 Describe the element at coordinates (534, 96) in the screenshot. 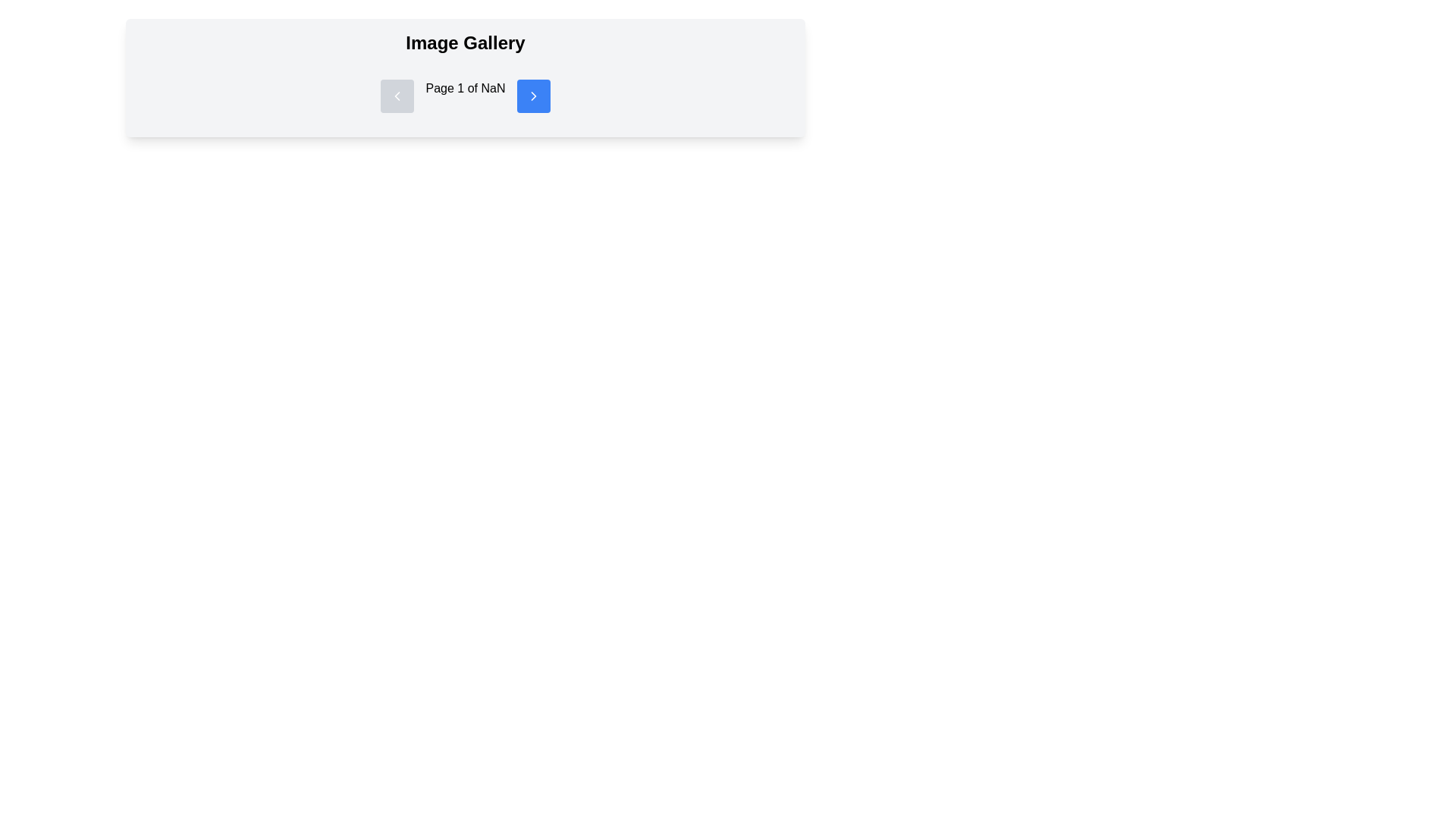

I see `the SVG icon within the blue-rounded button on the right end of the pagination control bar to navigate to the next page` at that location.